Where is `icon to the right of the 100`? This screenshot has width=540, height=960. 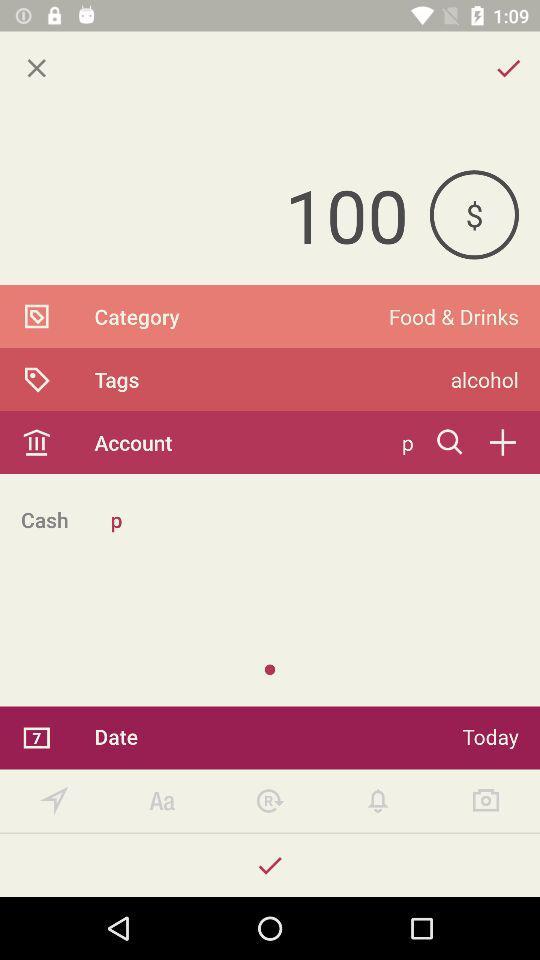 icon to the right of the 100 is located at coordinates (473, 214).